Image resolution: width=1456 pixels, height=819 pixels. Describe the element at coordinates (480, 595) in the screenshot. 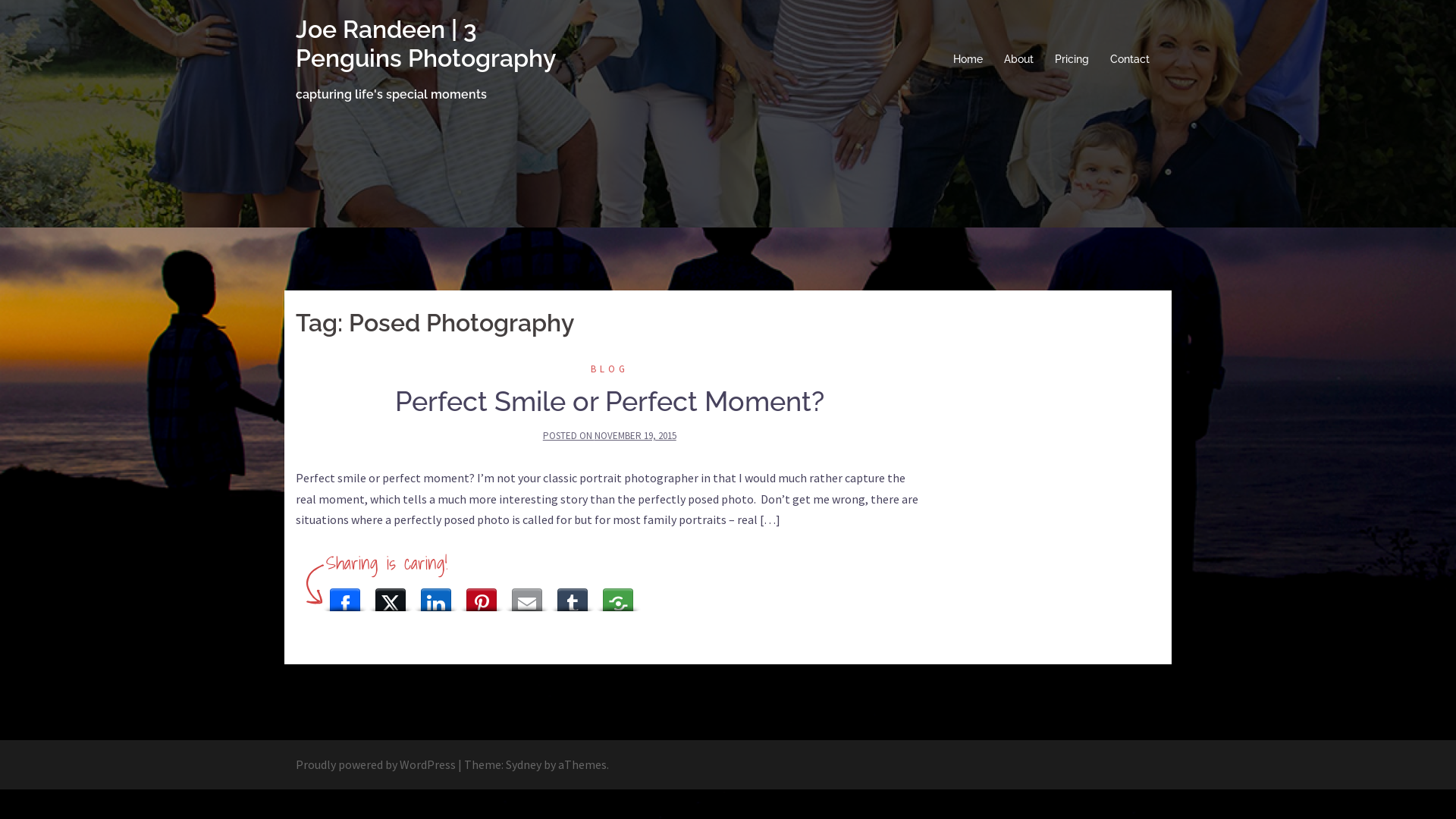

I see `'Pinterest'` at that location.